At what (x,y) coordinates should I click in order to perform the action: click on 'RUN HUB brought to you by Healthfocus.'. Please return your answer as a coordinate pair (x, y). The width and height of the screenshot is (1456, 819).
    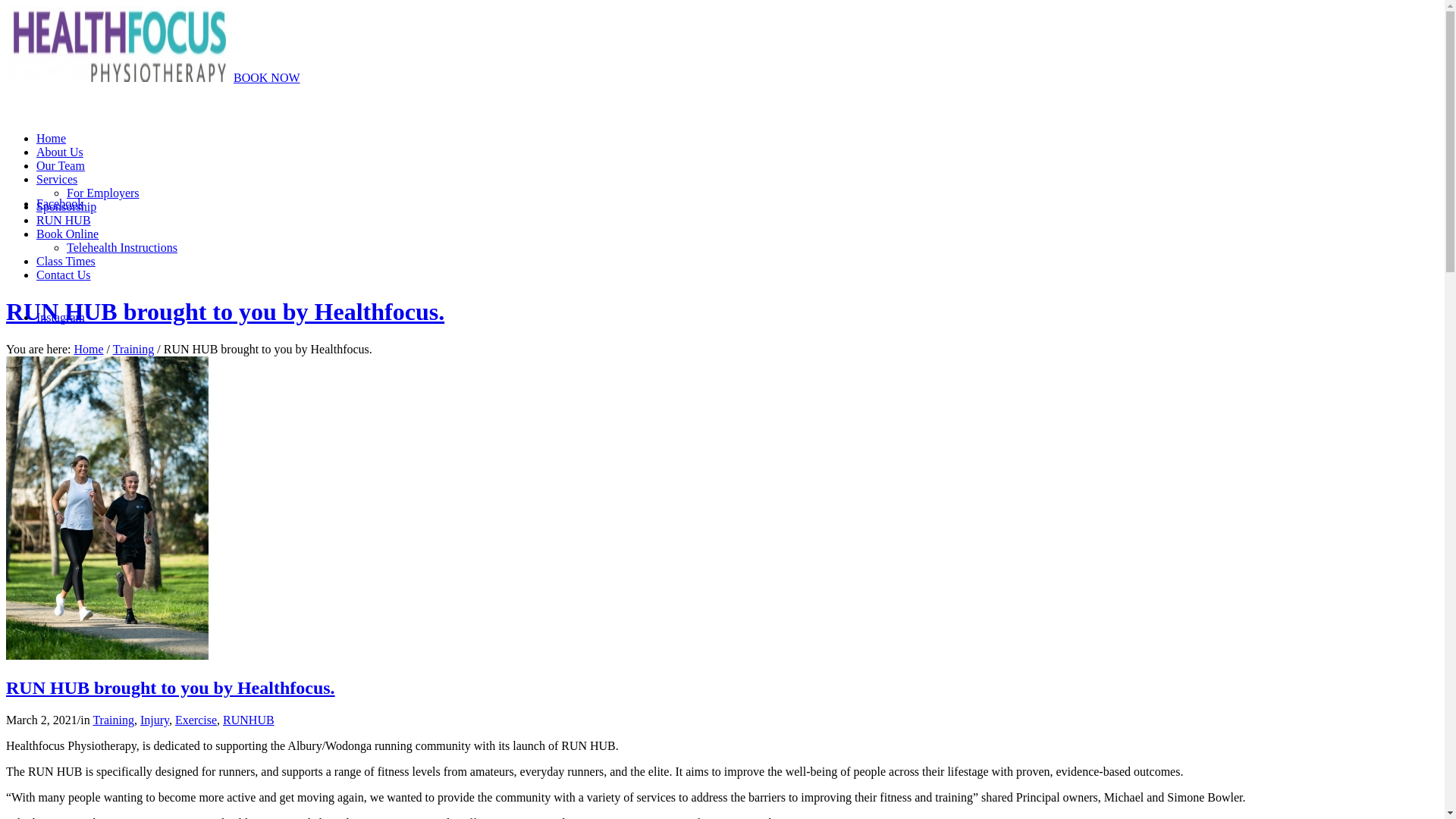
    Looking at the image, I should click on (106, 654).